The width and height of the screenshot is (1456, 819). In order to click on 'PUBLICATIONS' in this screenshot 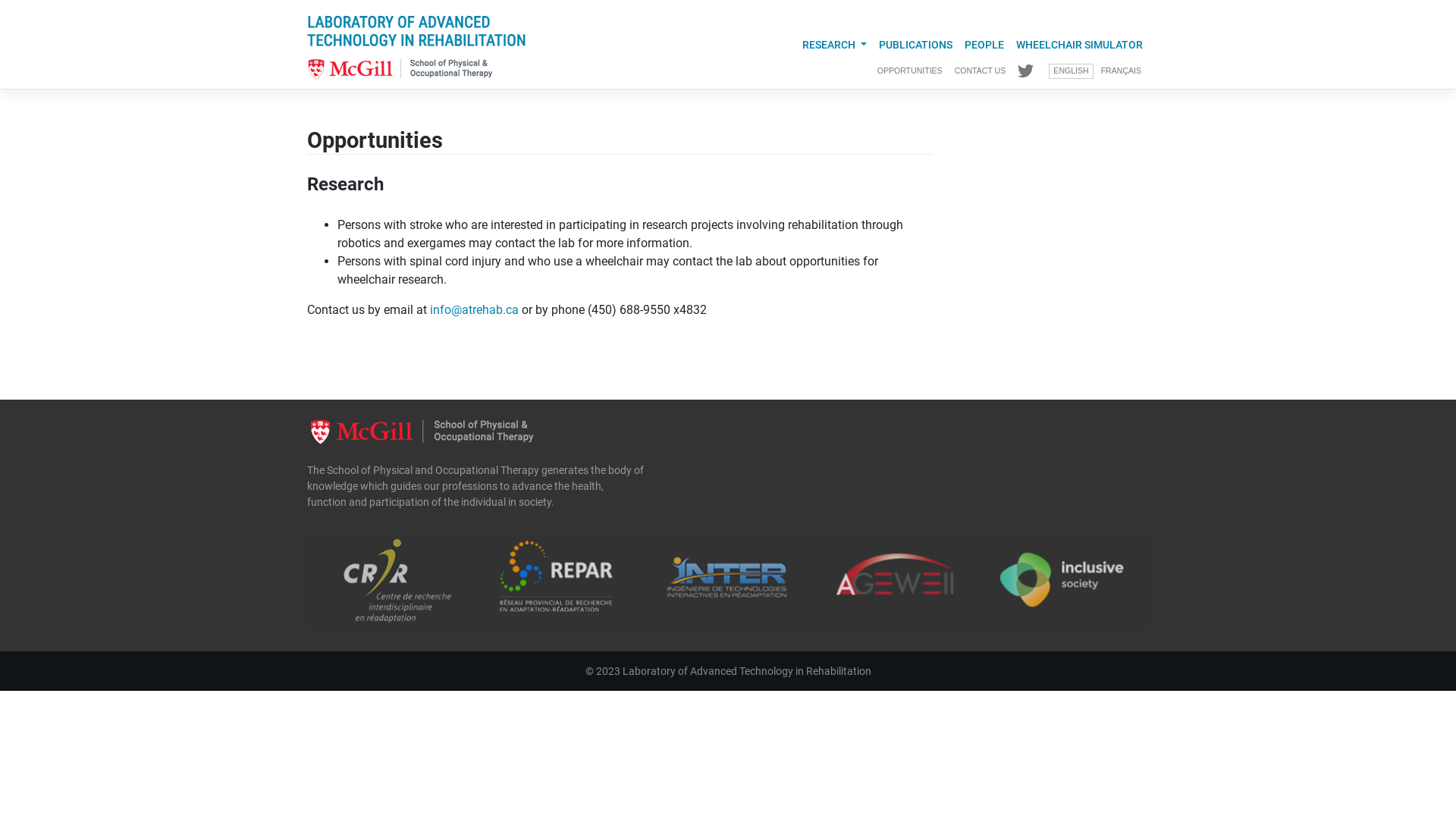, I will do `click(915, 44)`.